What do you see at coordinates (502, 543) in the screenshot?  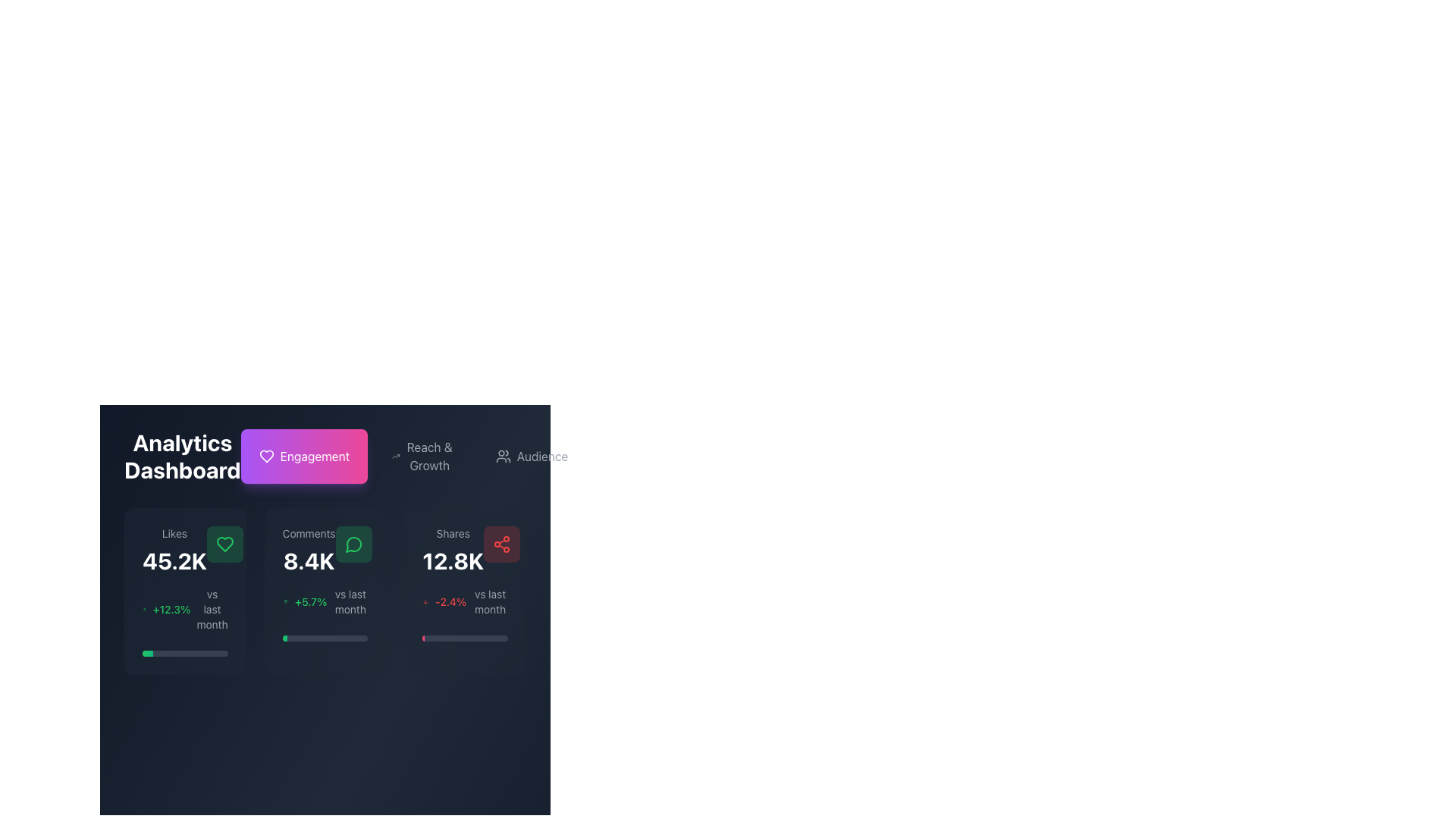 I see `the red share icon representing a network structure within the 'Shares' card of the analytics dashboard` at bounding box center [502, 543].